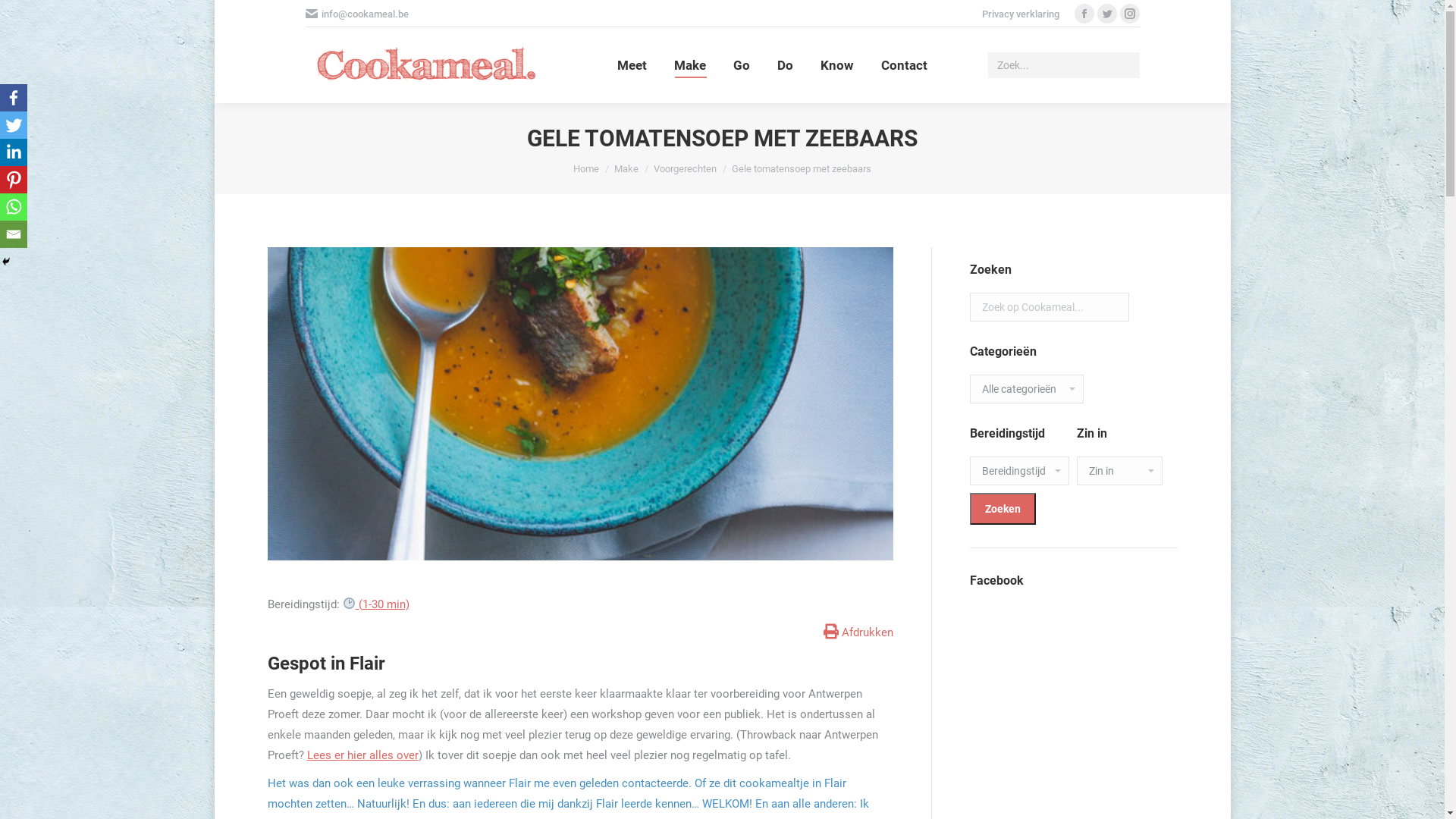 The height and width of the screenshot is (819, 1456). I want to click on 'Pinterest', so click(14, 178).